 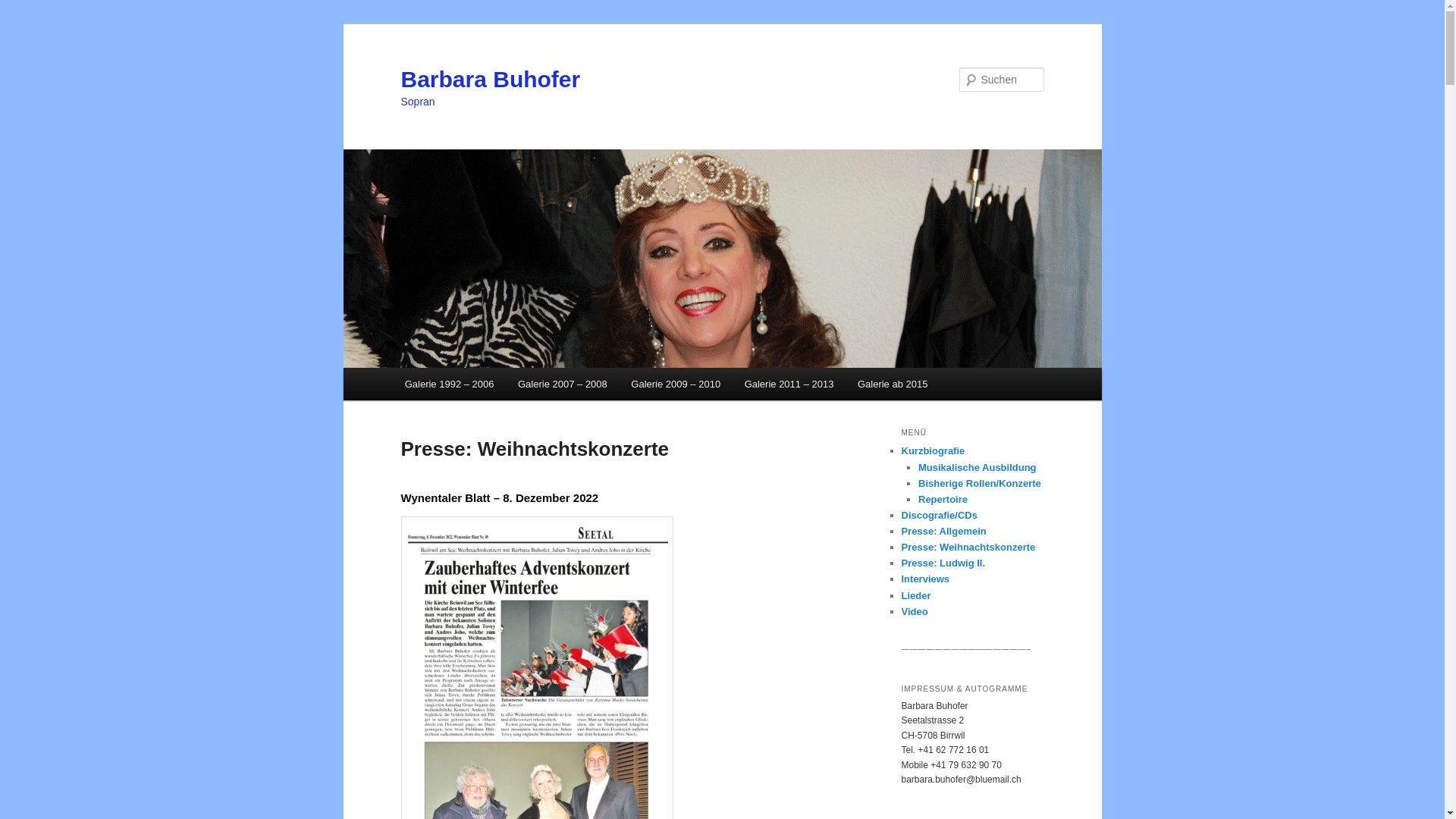 What do you see at coordinates (942, 530) in the screenshot?
I see `'Presse: Allgemein'` at bounding box center [942, 530].